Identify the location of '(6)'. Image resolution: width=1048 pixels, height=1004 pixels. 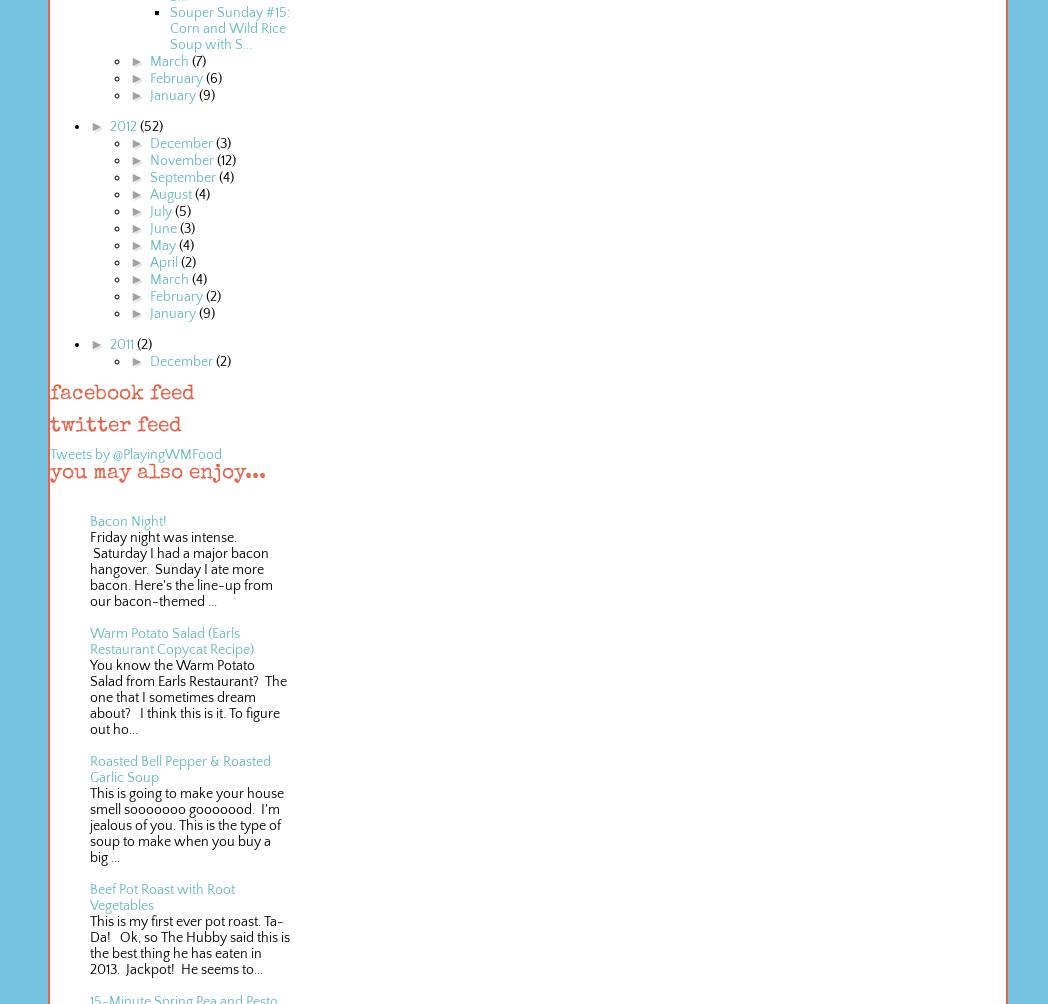
(211, 79).